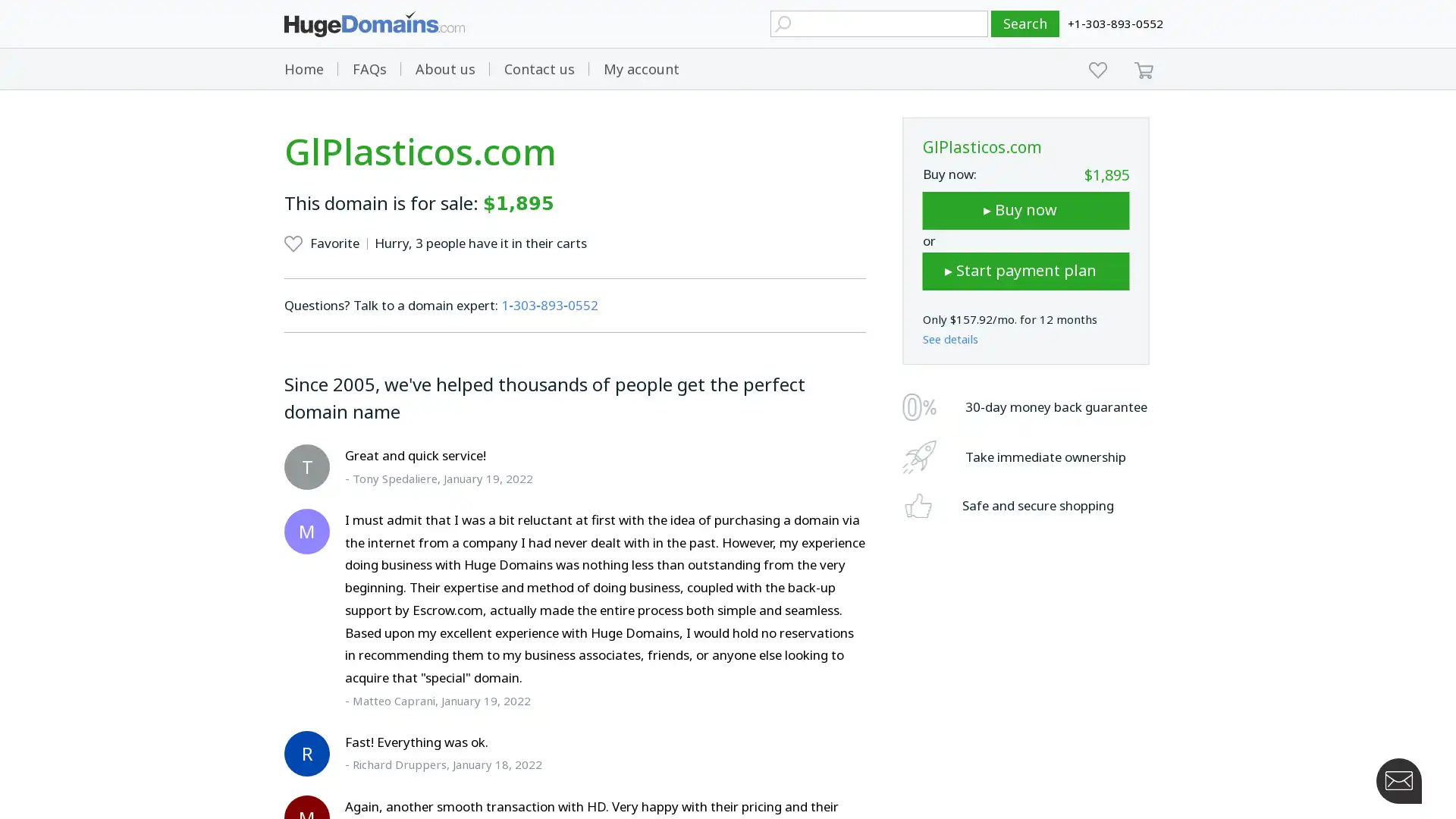 Image resolution: width=1456 pixels, height=819 pixels. What do you see at coordinates (1025, 24) in the screenshot?
I see `Search` at bounding box center [1025, 24].